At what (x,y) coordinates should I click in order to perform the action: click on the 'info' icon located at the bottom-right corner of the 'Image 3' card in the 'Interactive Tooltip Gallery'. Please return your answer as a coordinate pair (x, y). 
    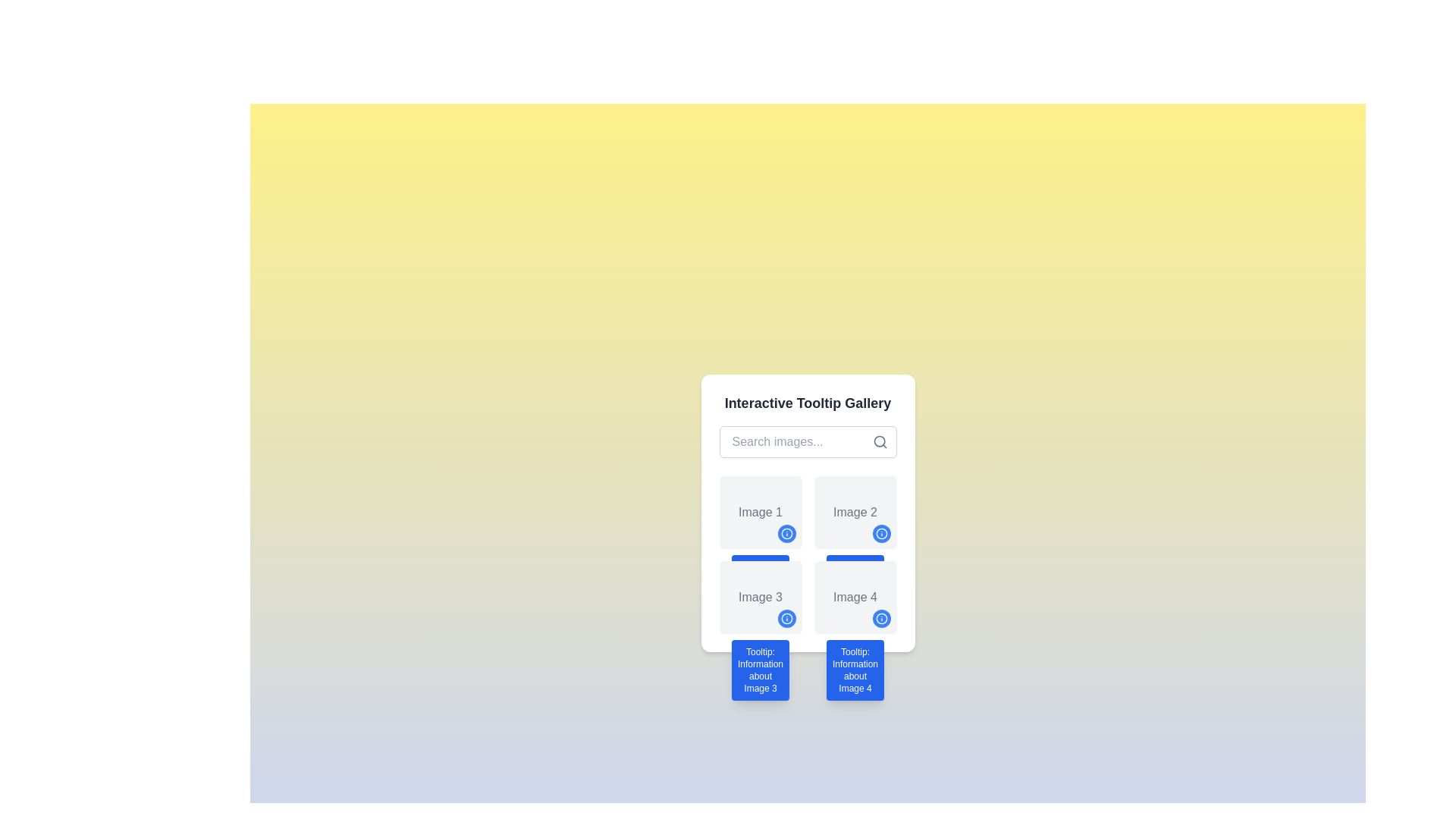
    Looking at the image, I should click on (786, 619).